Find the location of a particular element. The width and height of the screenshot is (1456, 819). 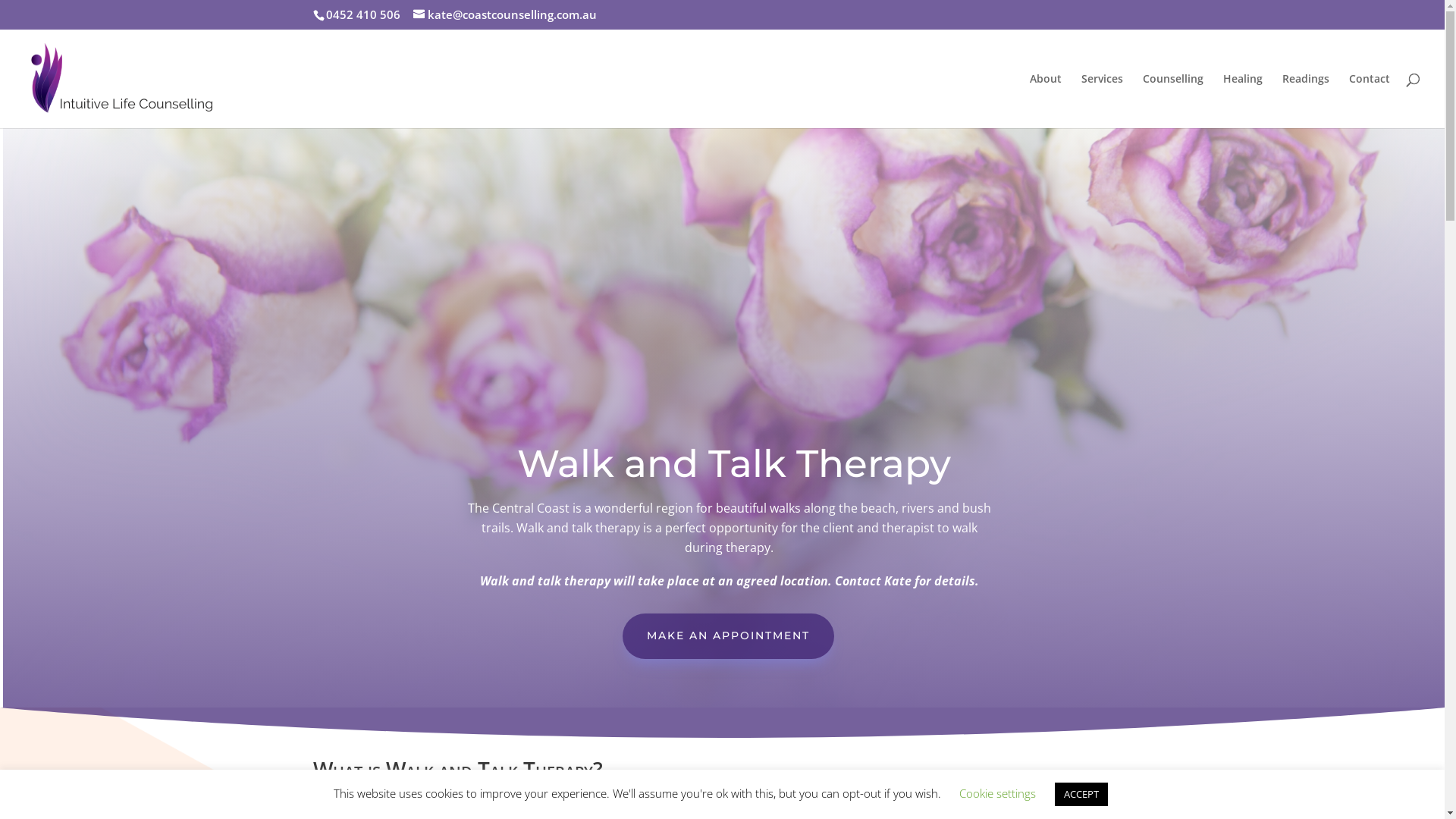

'MAKE AN APPOINTMENT' is located at coordinates (622, 636).